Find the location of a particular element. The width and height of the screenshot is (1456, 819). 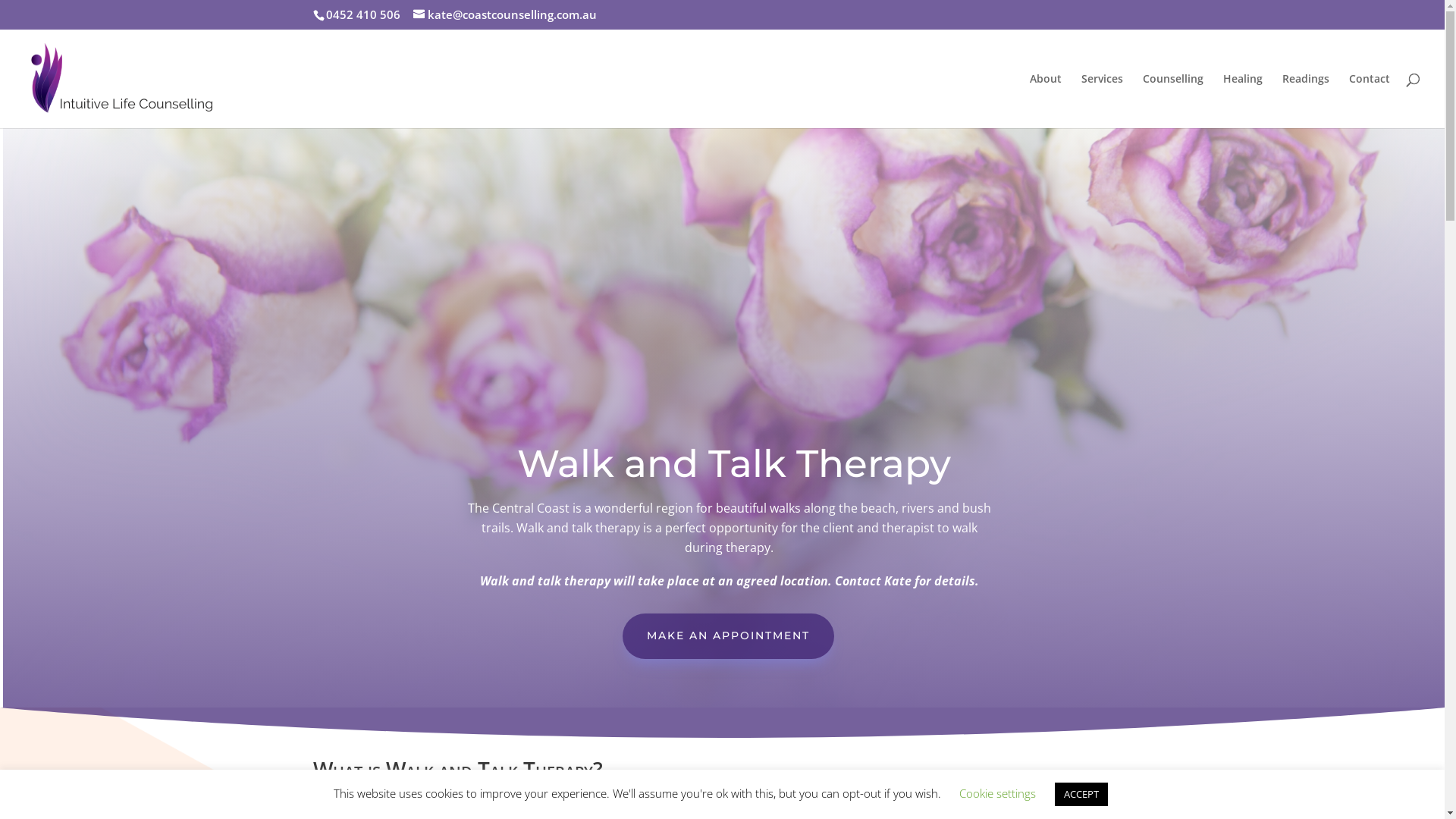

'MAKE AN APPOINTMENT' is located at coordinates (622, 636).